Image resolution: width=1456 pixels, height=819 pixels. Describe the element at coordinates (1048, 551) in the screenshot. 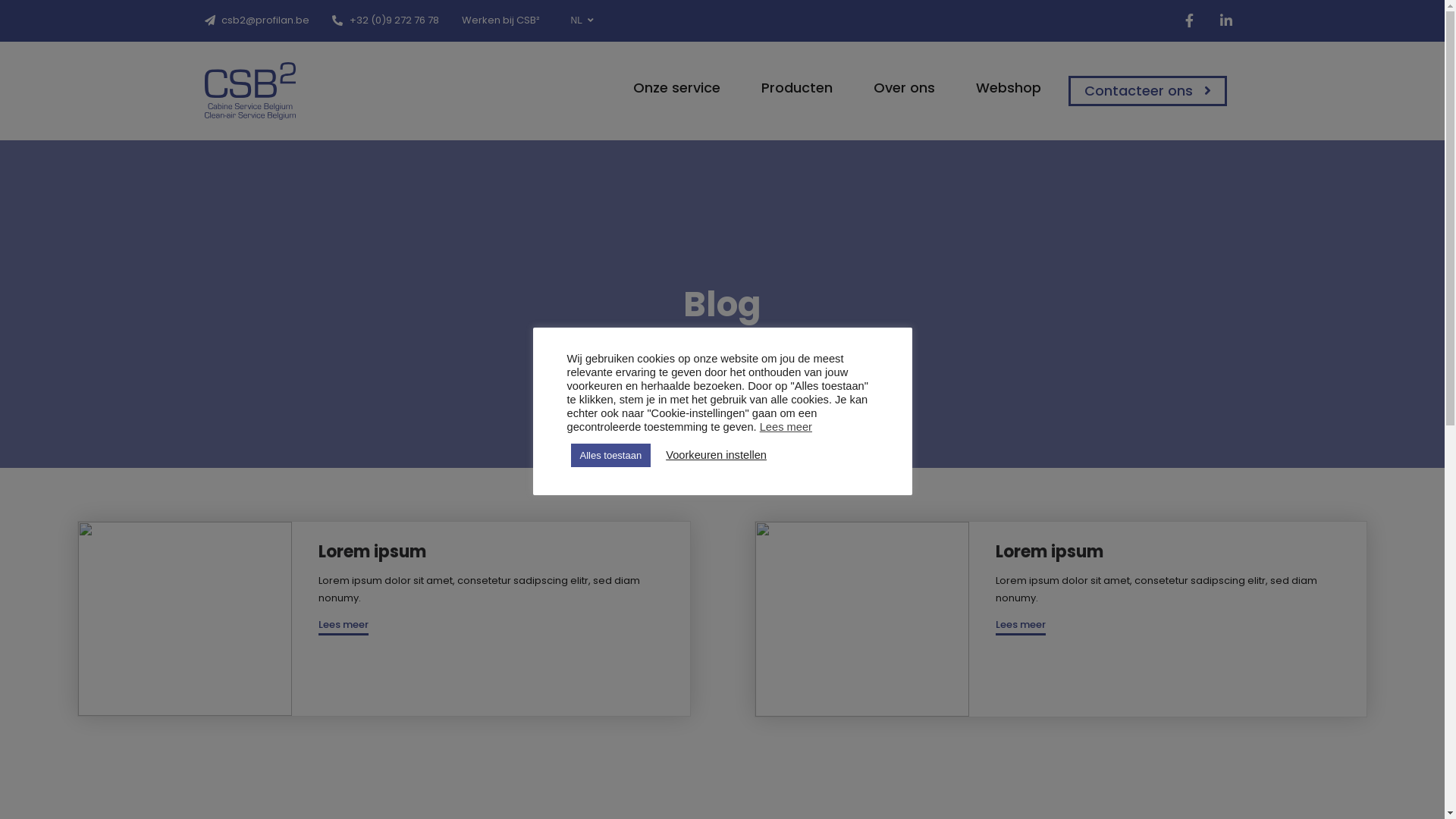

I see `'Lorem ipsum'` at that location.